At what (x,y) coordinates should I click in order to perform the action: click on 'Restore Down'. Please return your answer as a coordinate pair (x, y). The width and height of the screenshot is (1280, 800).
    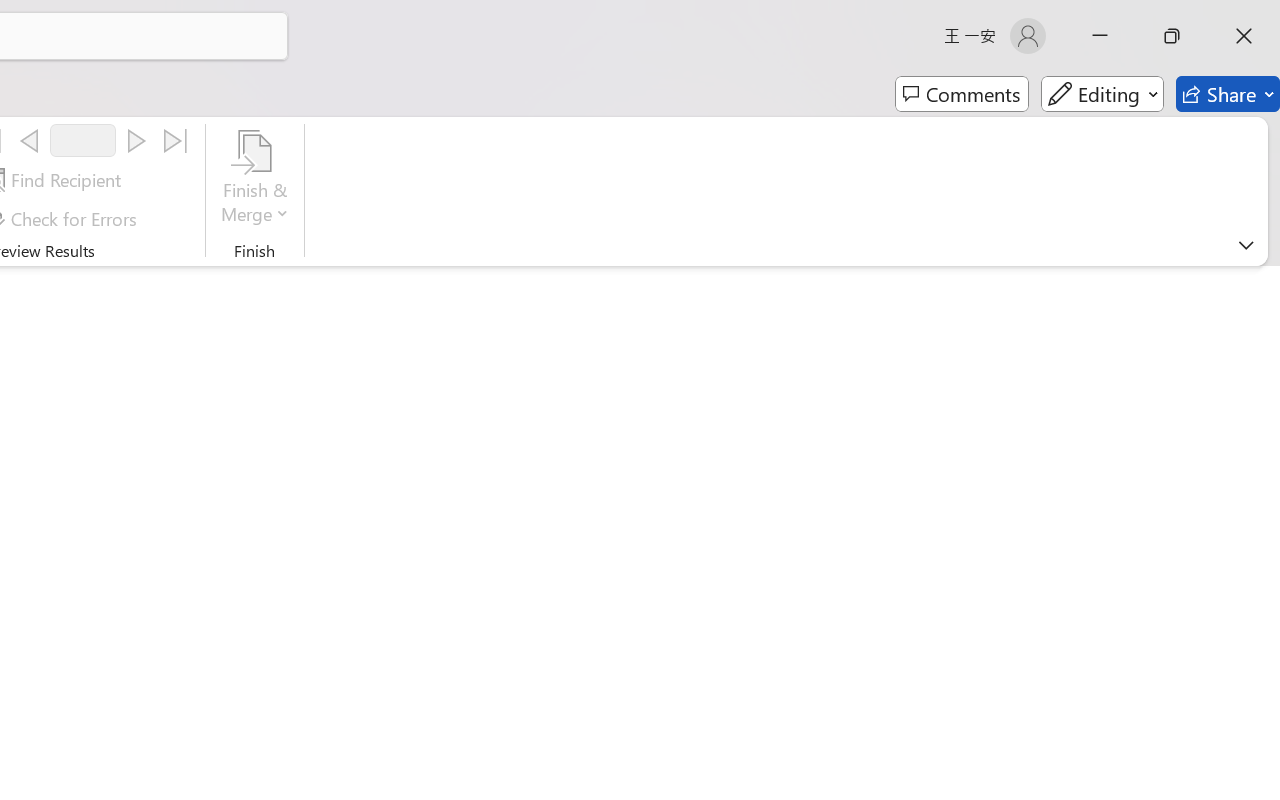
    Looking at the image, I should click on (1172, 35).